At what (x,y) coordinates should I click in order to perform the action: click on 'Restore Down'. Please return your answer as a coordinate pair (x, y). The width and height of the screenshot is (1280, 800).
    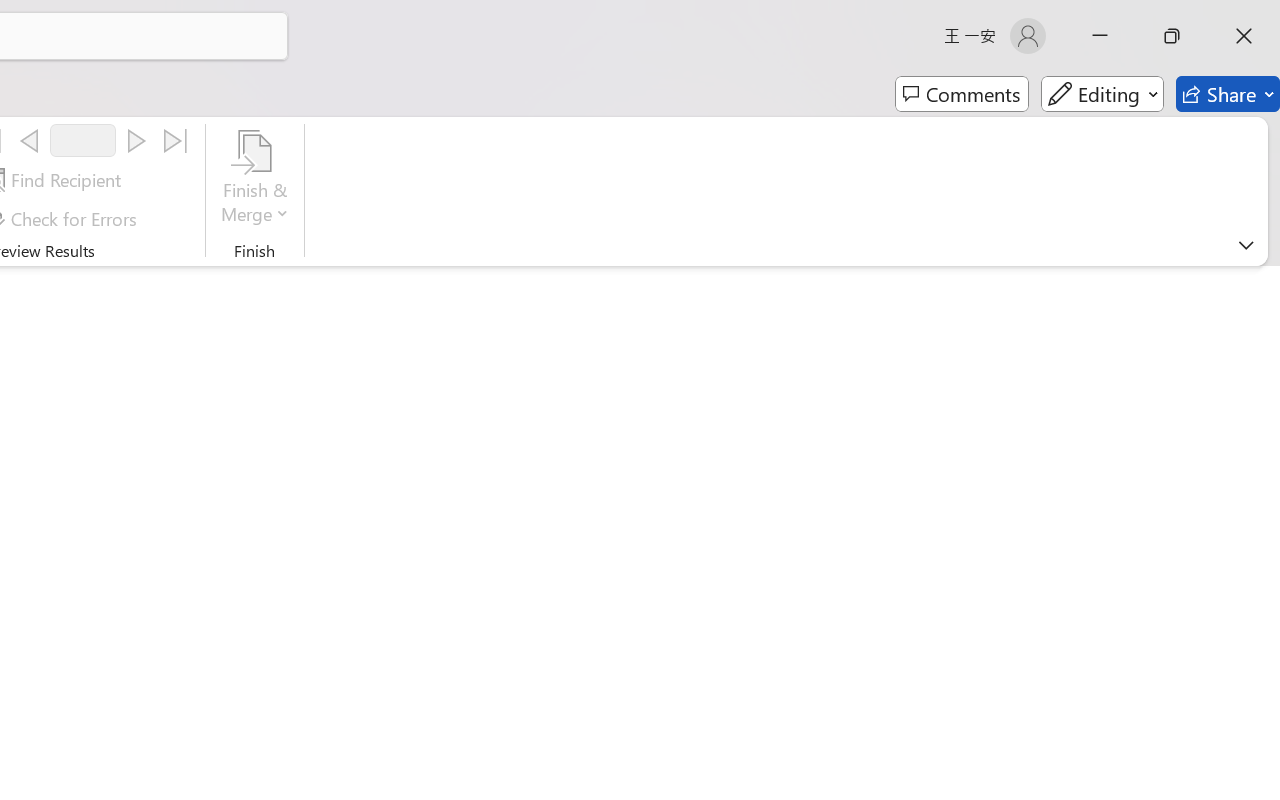
    Looking at the image, I should click on (1172, 35).